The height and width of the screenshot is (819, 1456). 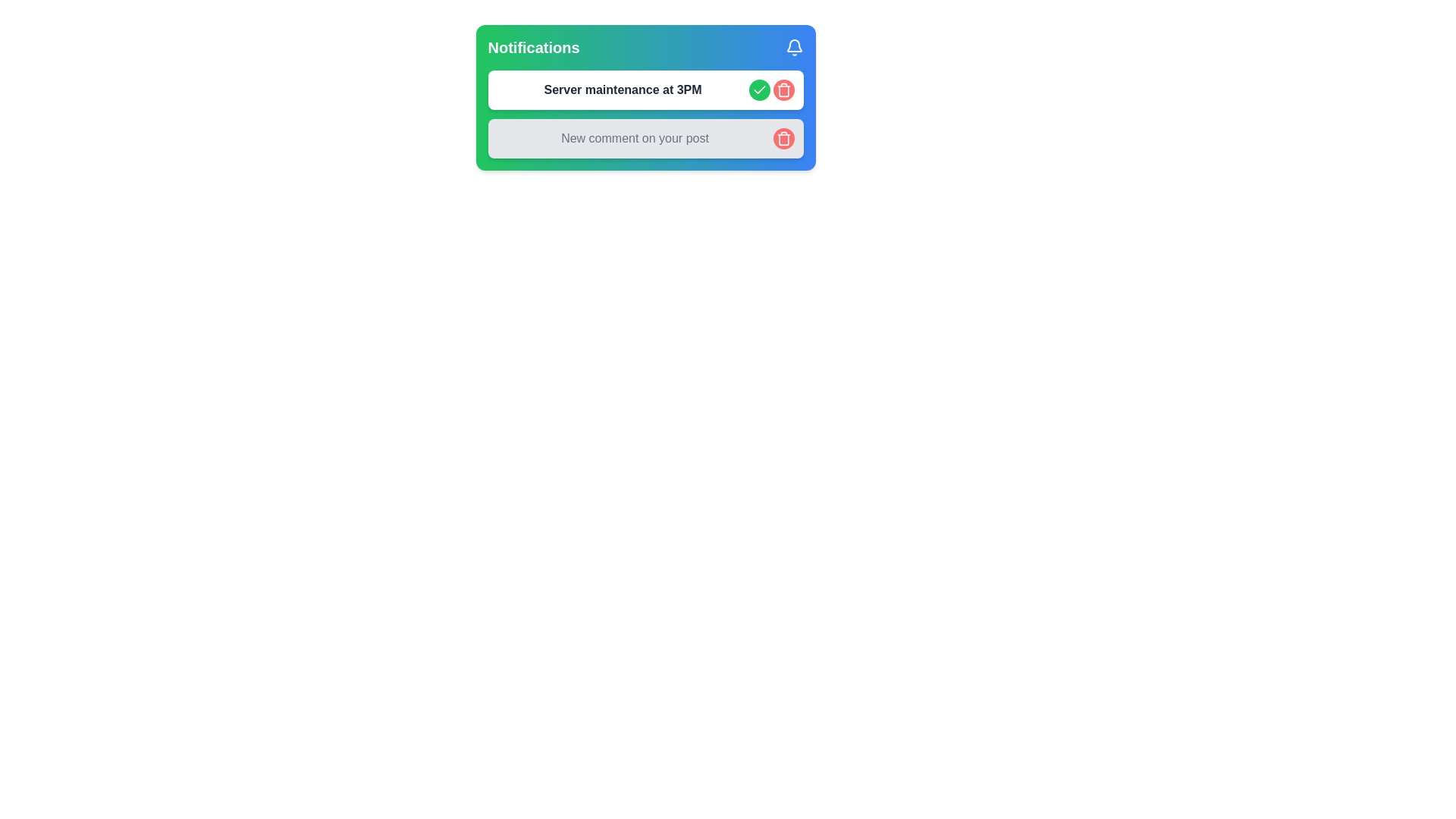 I want to click on the circular red button with a trash bin icon to observe its interactive style change, so click(x=783, y=90).